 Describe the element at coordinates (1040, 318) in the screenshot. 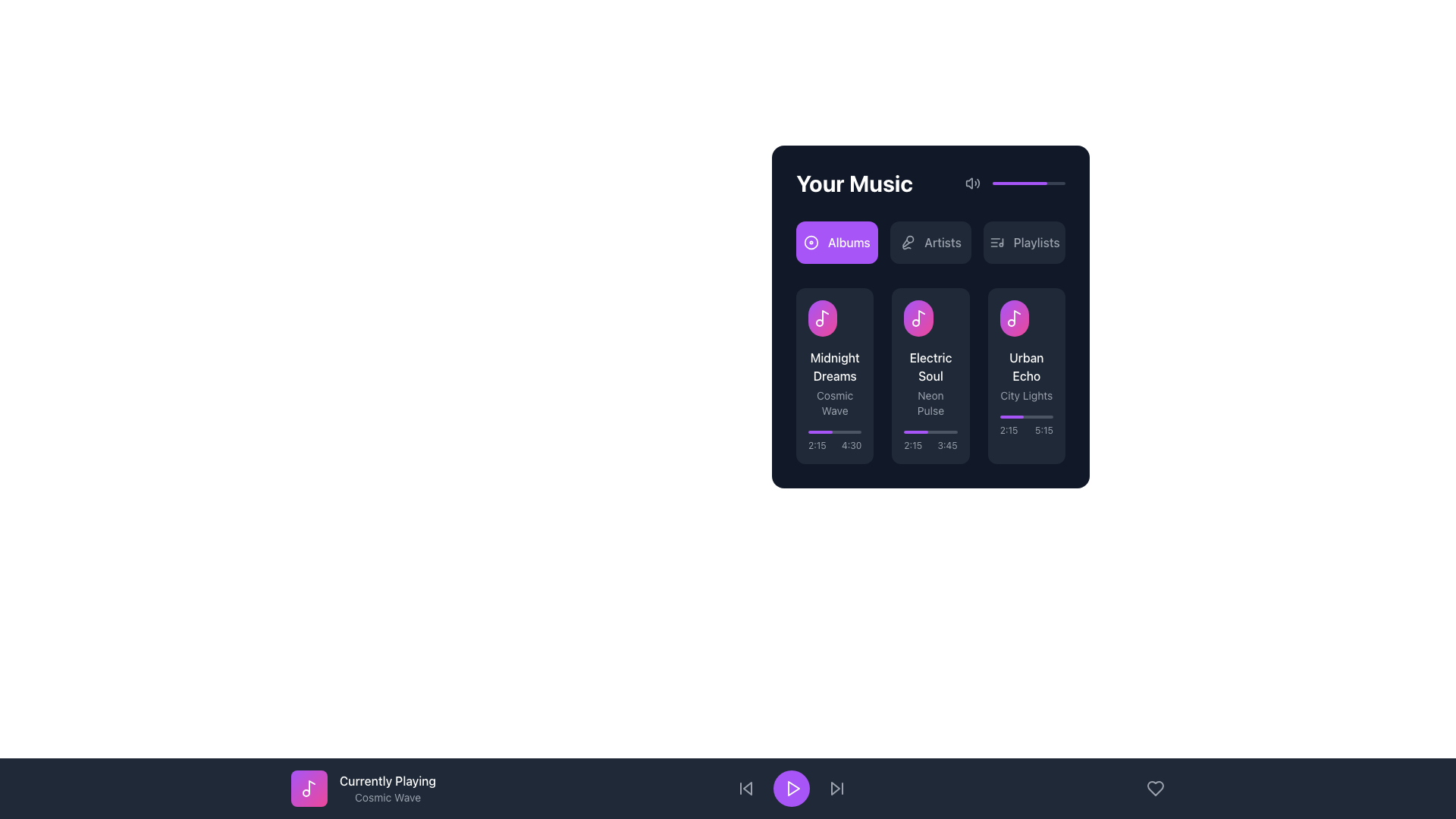

I see `the play button located at the bottom-right corner of the 'Urban Echo' card to play the associated music track` at that location.